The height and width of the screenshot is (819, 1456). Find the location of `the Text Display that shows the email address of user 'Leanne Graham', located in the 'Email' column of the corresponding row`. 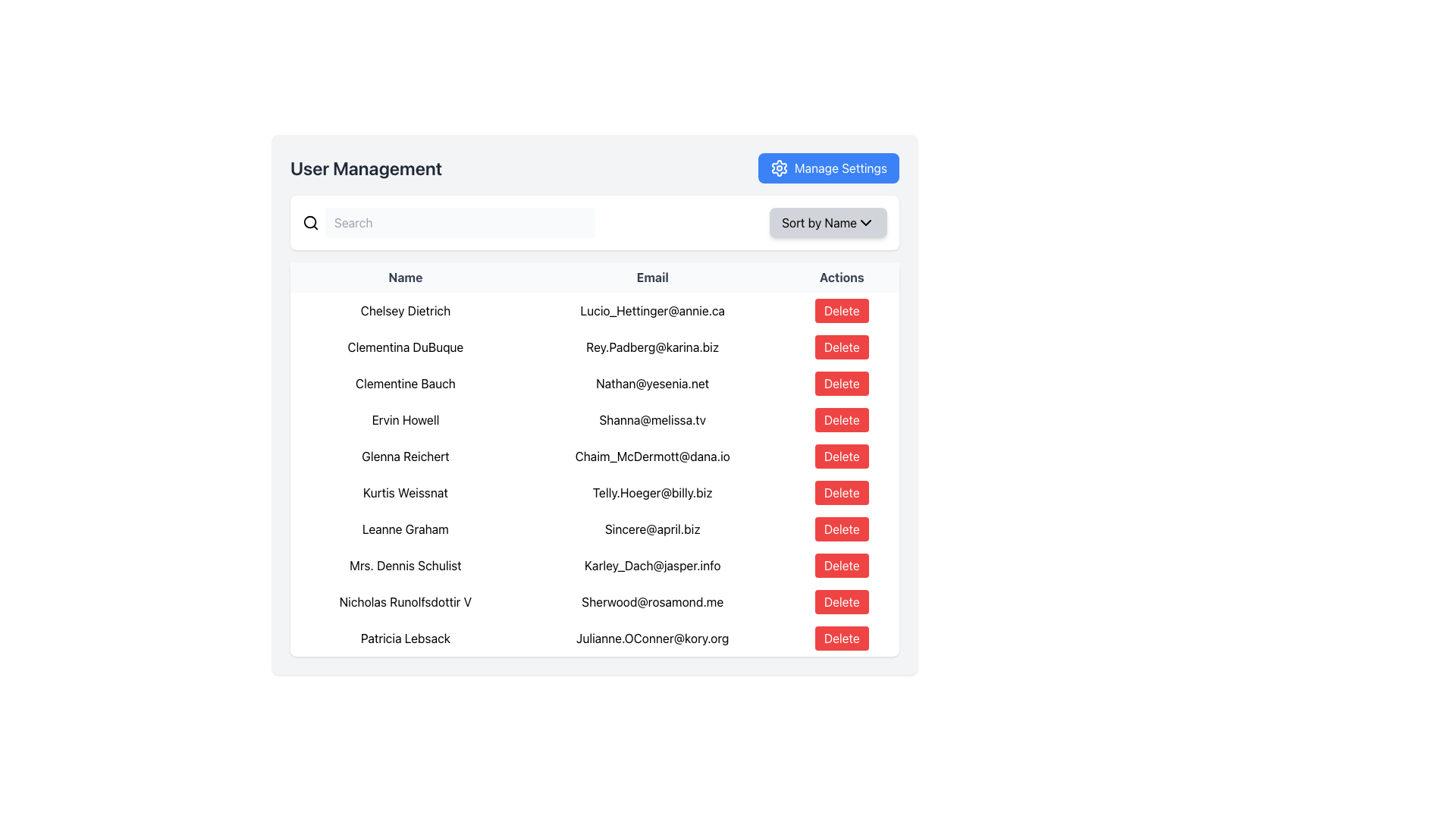

the Text Display that shows the email address of user 'Leanne Graham', located in the 'Email' column of the corresponding row is located at coordinates (652, 529).